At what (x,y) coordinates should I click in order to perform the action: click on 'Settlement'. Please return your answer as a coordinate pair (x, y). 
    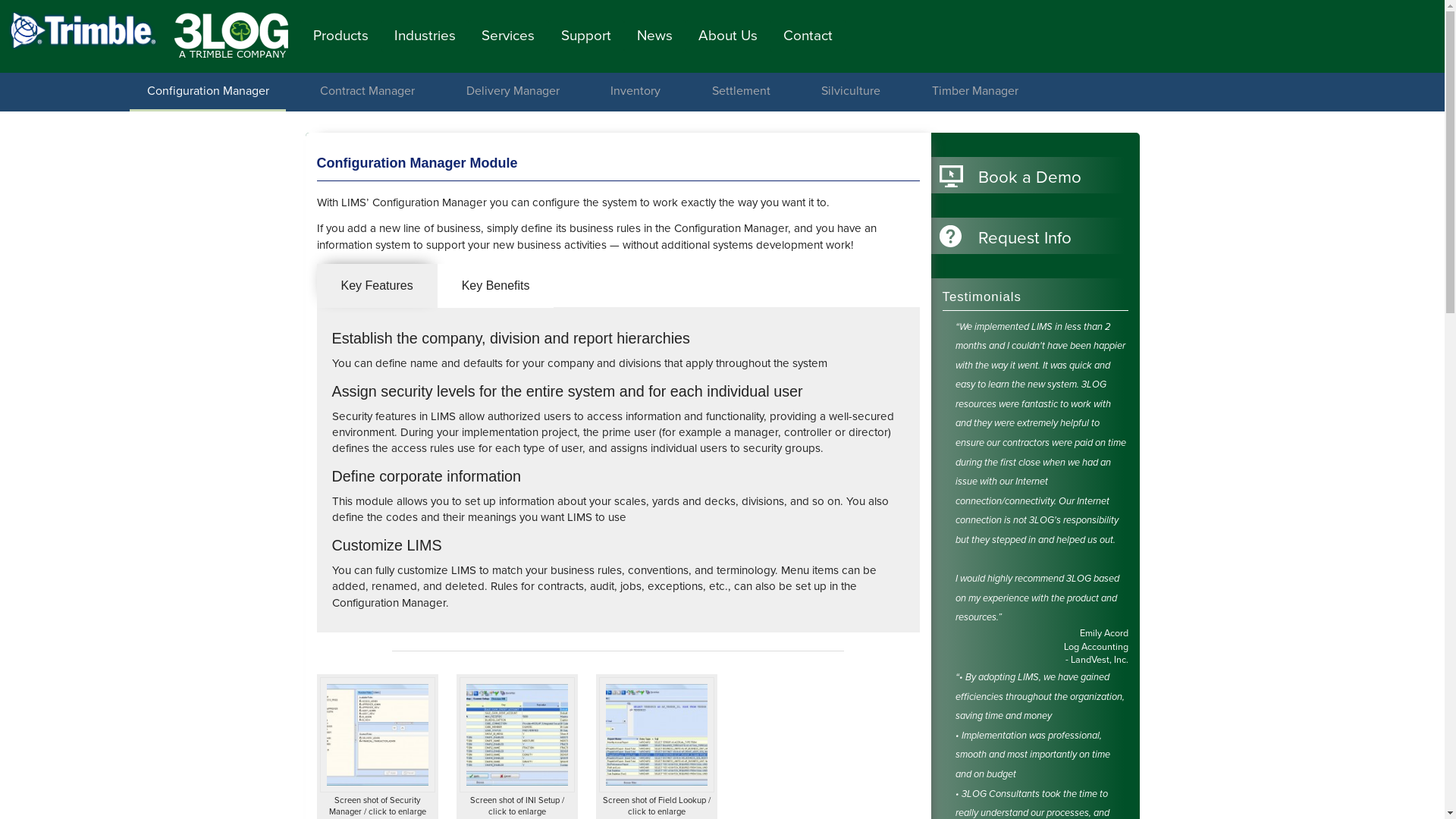
    Looking at the image, I should click on (741, 90).